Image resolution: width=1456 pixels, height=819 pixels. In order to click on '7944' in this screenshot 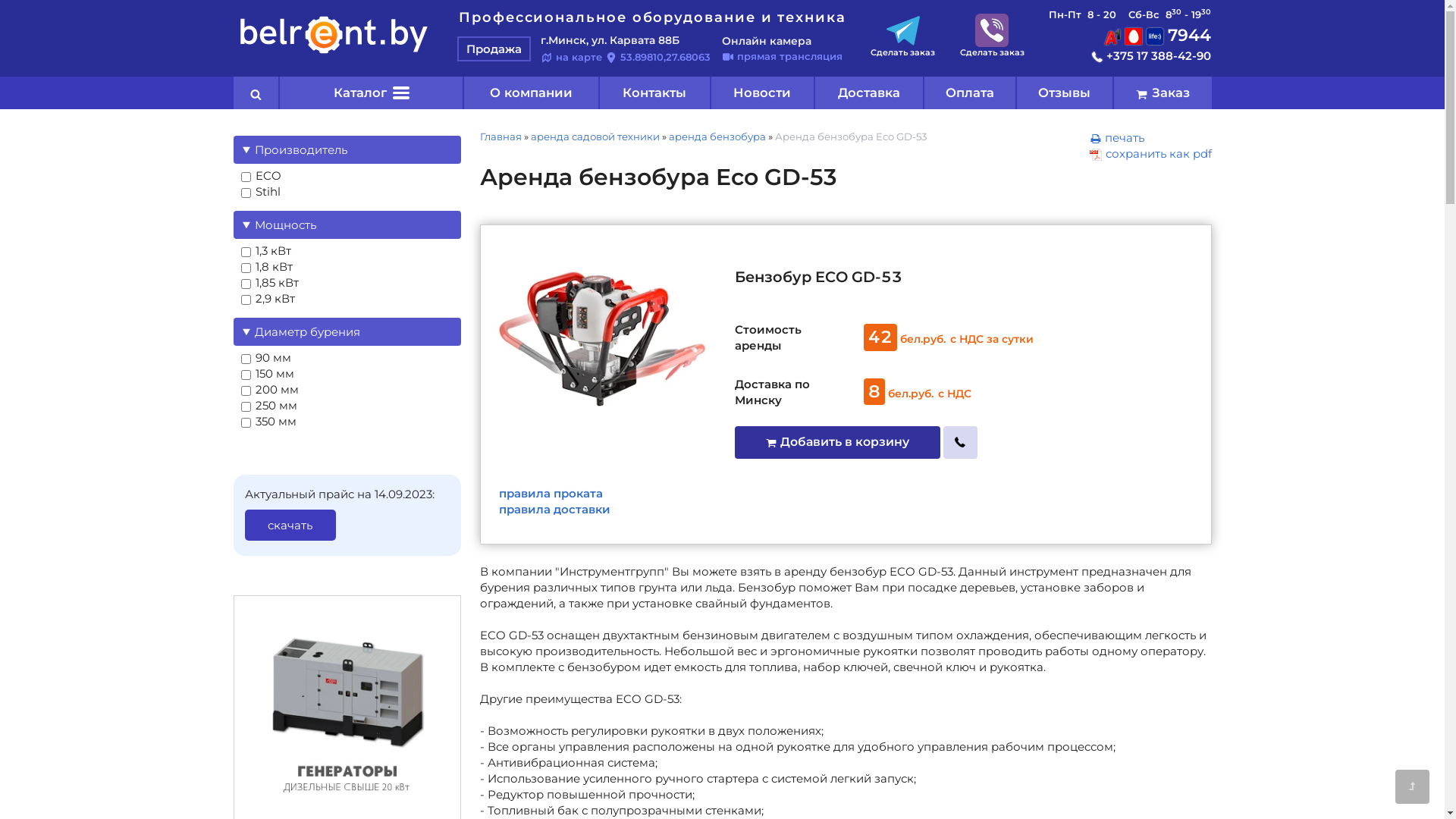, I will do `click(1156, 34)`.